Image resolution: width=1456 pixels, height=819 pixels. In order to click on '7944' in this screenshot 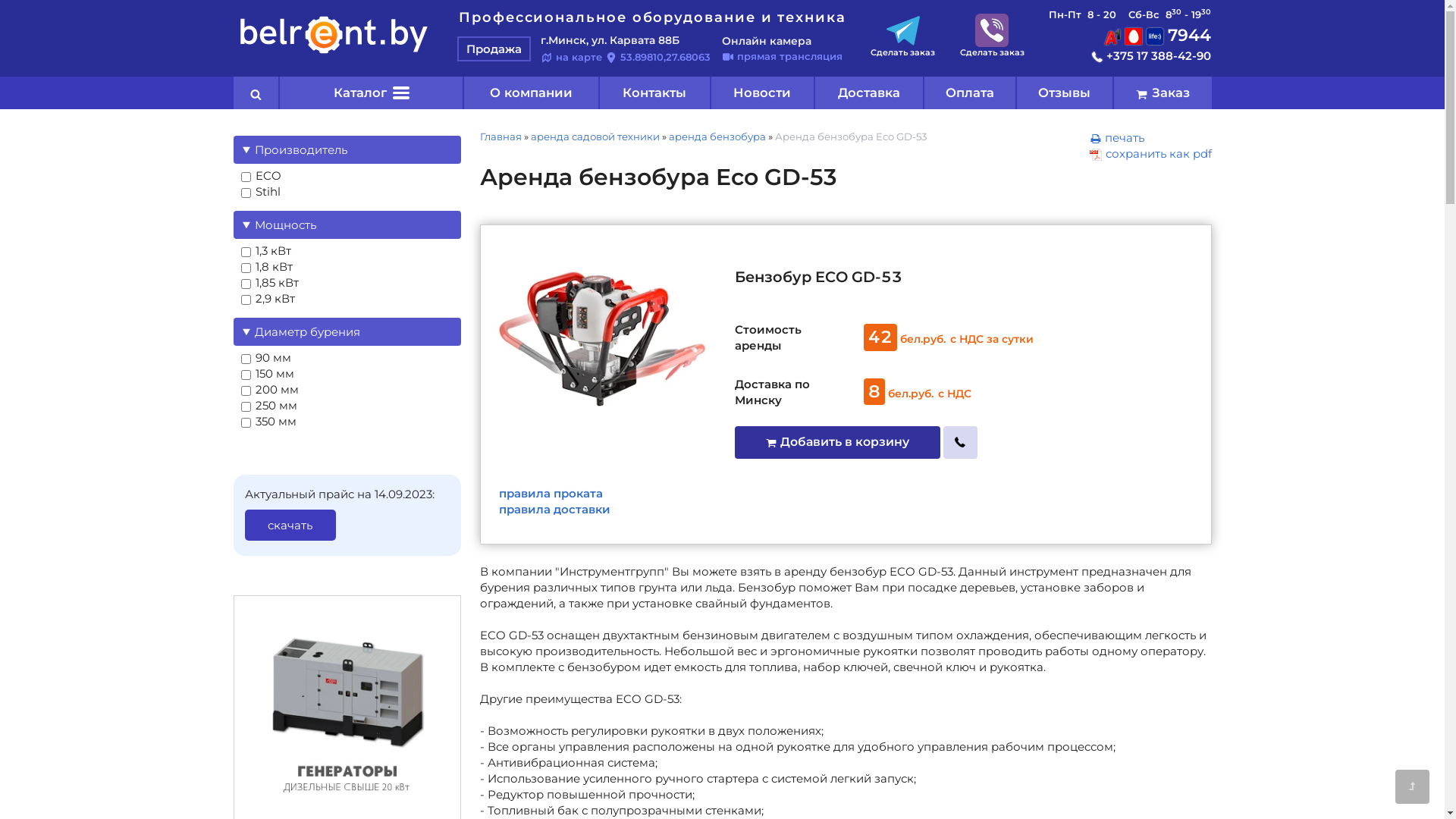, I will do `click(1156, 34)`.